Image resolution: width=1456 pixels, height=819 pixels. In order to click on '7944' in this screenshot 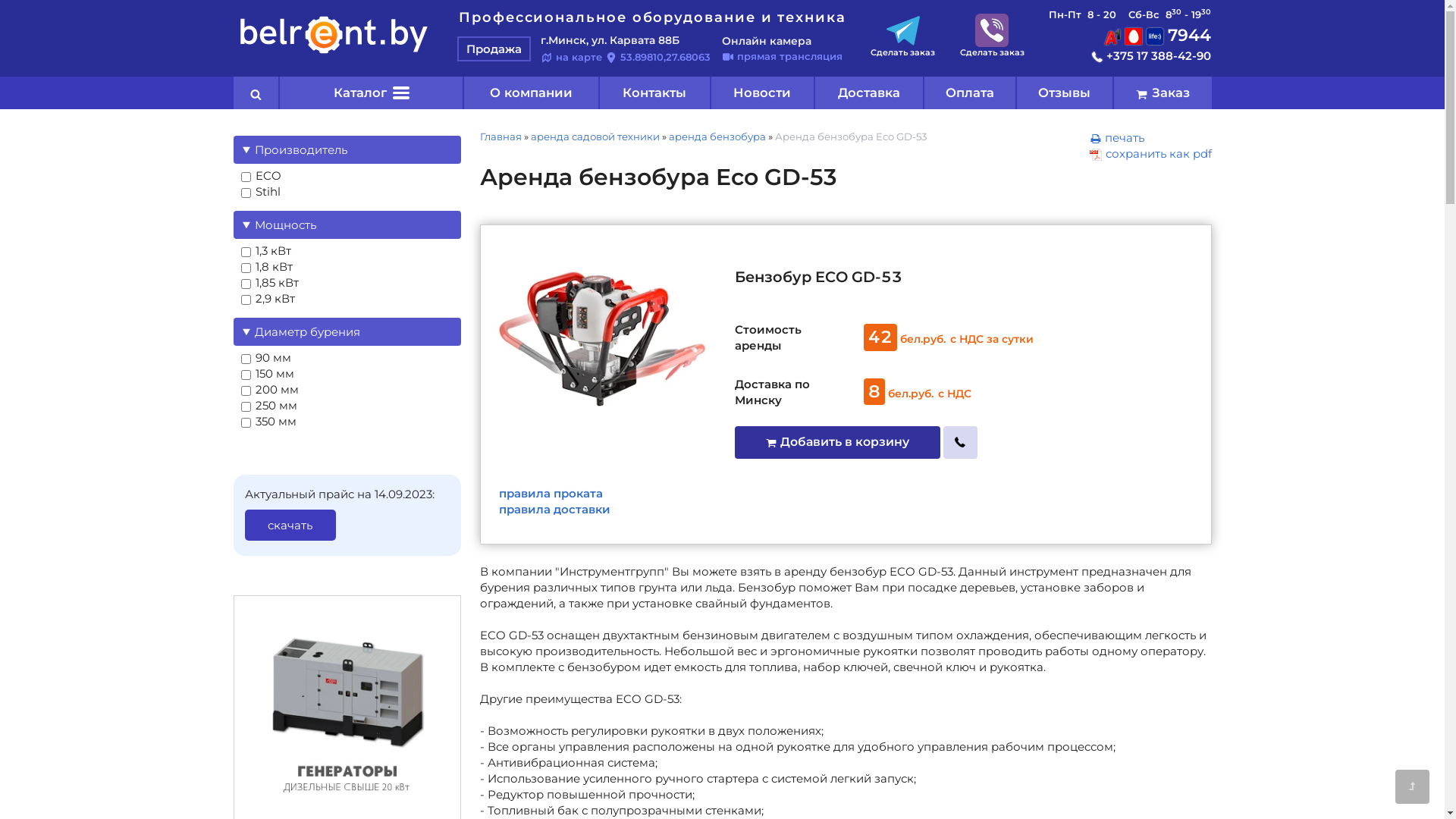, I will do `click(1156, 34)`.